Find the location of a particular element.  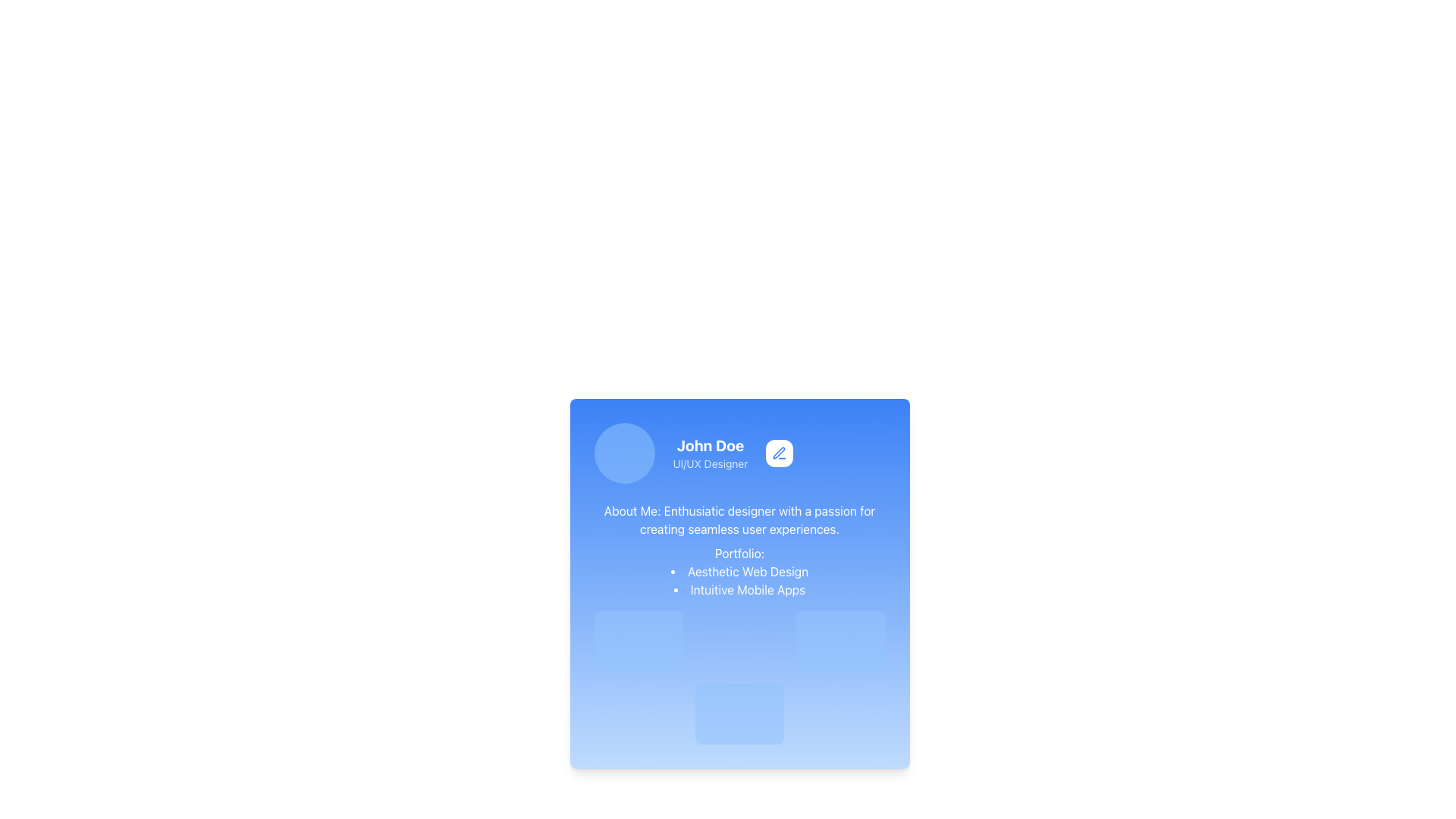

the text label indicating the role or title of the individual, located beneath the 'John Doe' text in the profile card interface is located at coordinates (709, 463).